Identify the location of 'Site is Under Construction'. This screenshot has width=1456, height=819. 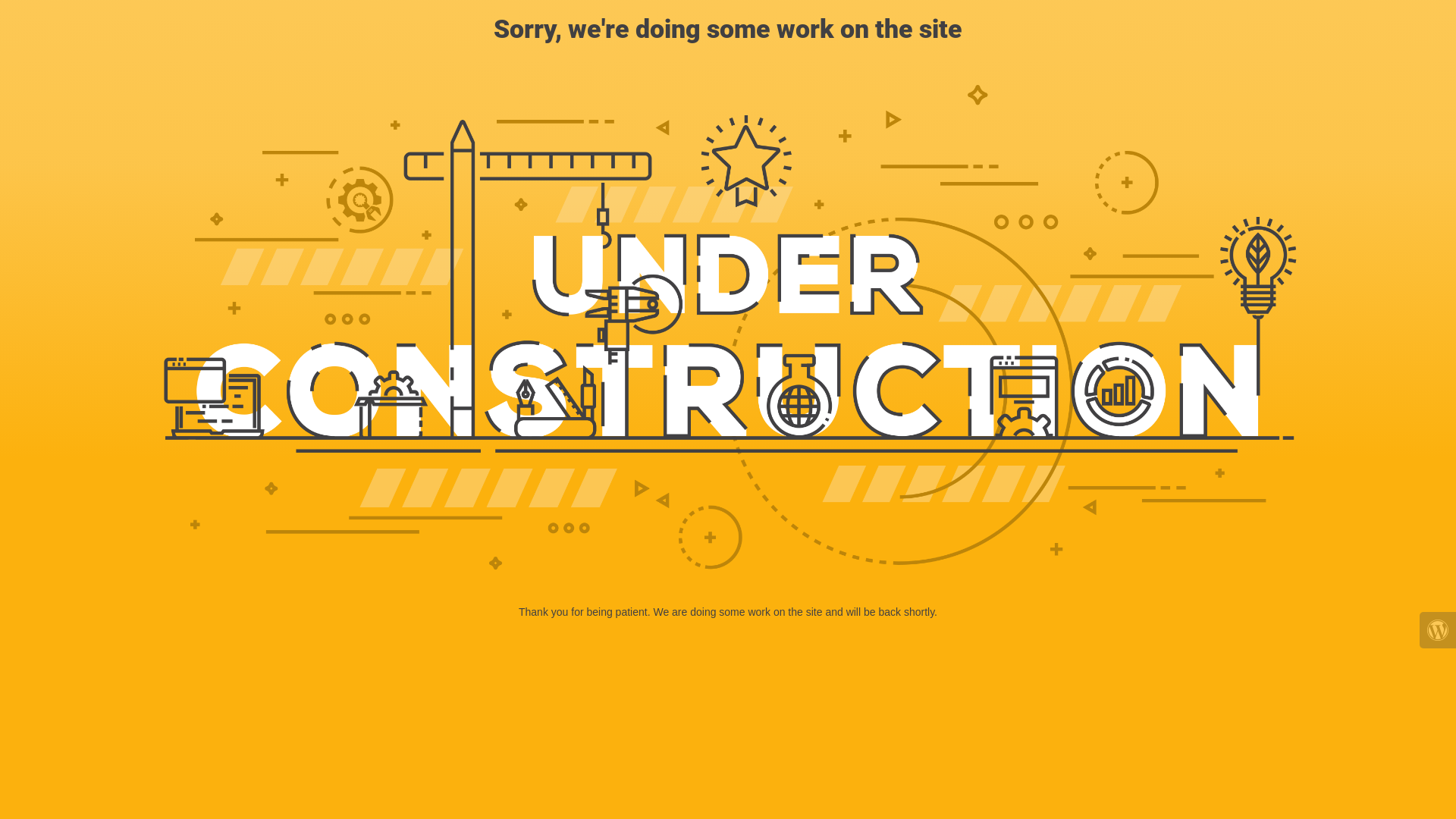
(728, 327).